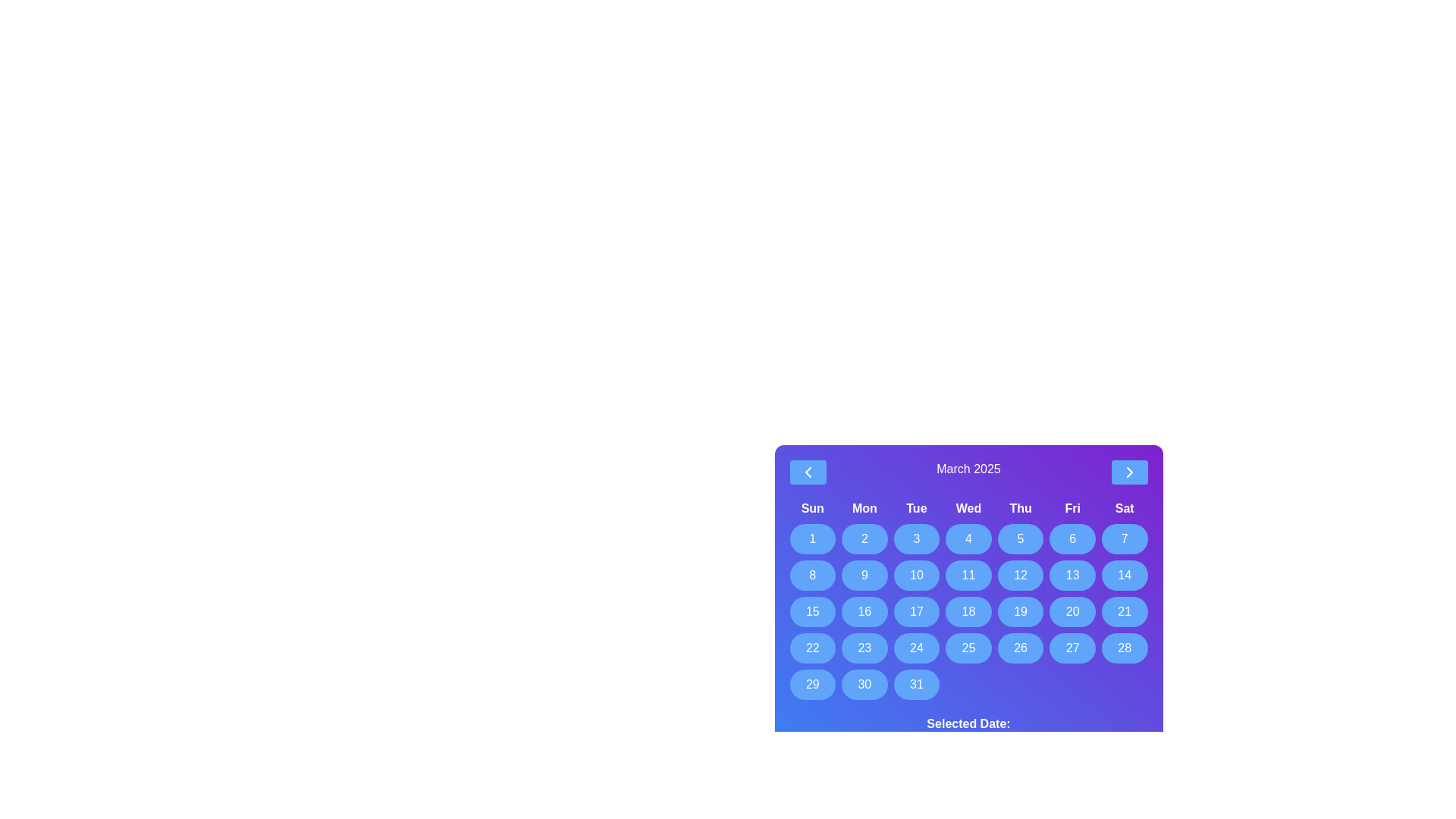 This screenshot has height=819, width=1456. What do you see at coordinates (1072, 576) in the screenshot?
I see `the button representing the date '13' in the calendar view` at bounding box center [1072, 576].